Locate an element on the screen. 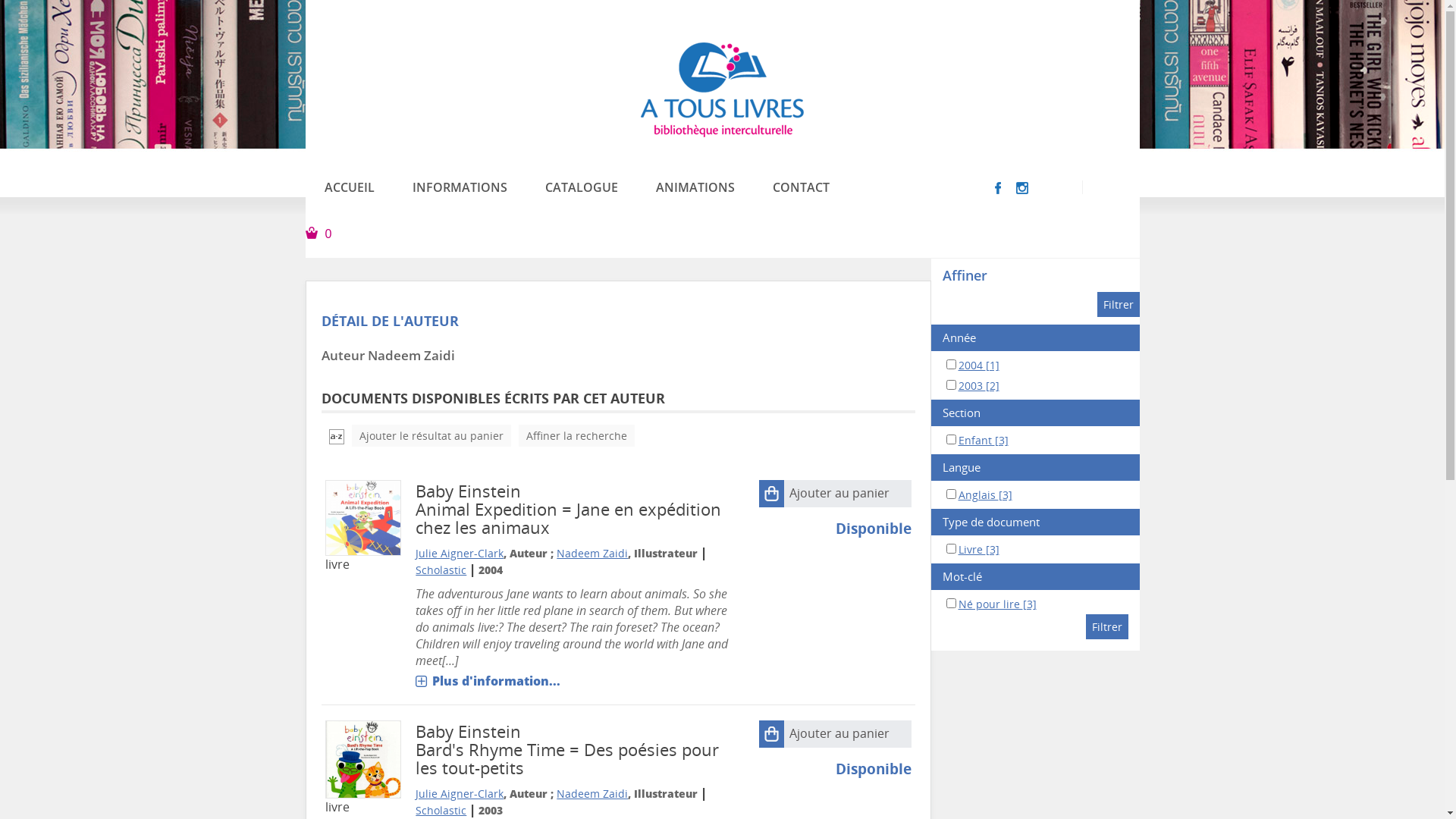 Image resolution: width=1456 pixels, height=819 pixels. 'CATALOGUE' is located at coordinates (526, 186).